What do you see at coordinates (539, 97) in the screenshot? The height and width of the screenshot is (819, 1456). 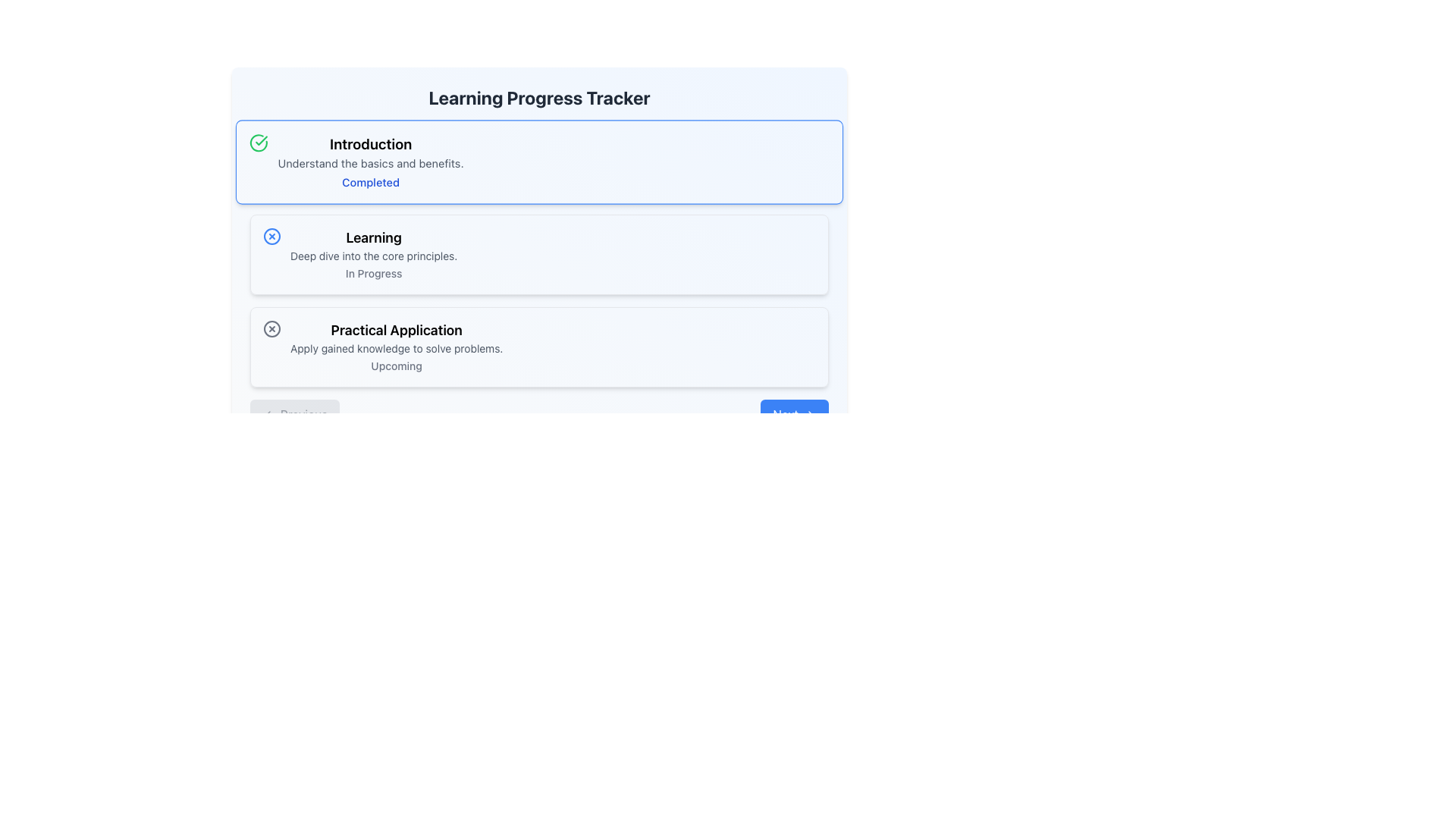 I see `the 'Learning Progress Tracker' header element for accessibility tools by moving the cursor to its center point` at bounding box center [539, 97].